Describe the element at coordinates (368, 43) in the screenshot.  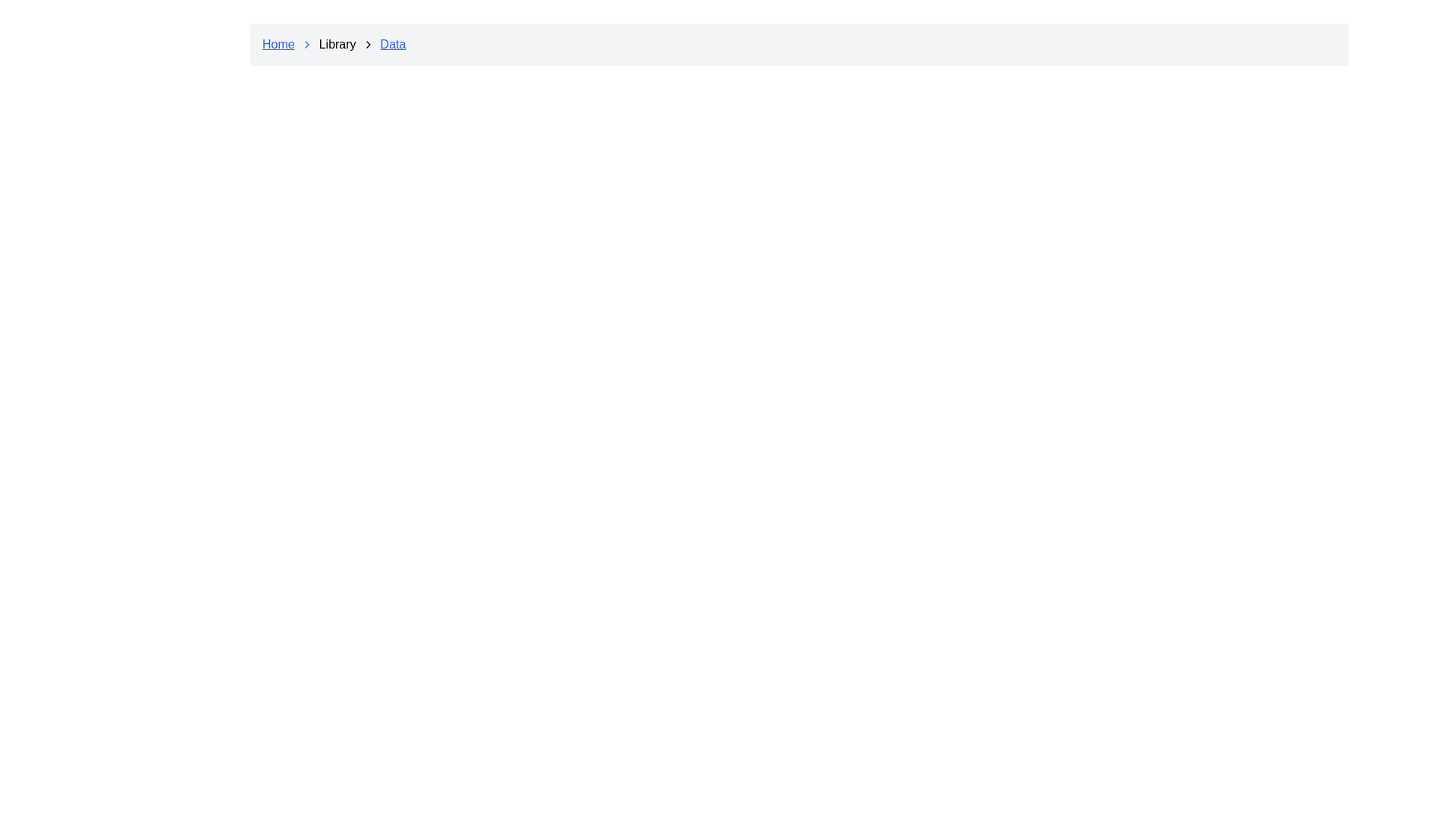
I see `the right-facing chevron arrow icon located immediately to the right of the 'Library' text in the navigation area` at that location.